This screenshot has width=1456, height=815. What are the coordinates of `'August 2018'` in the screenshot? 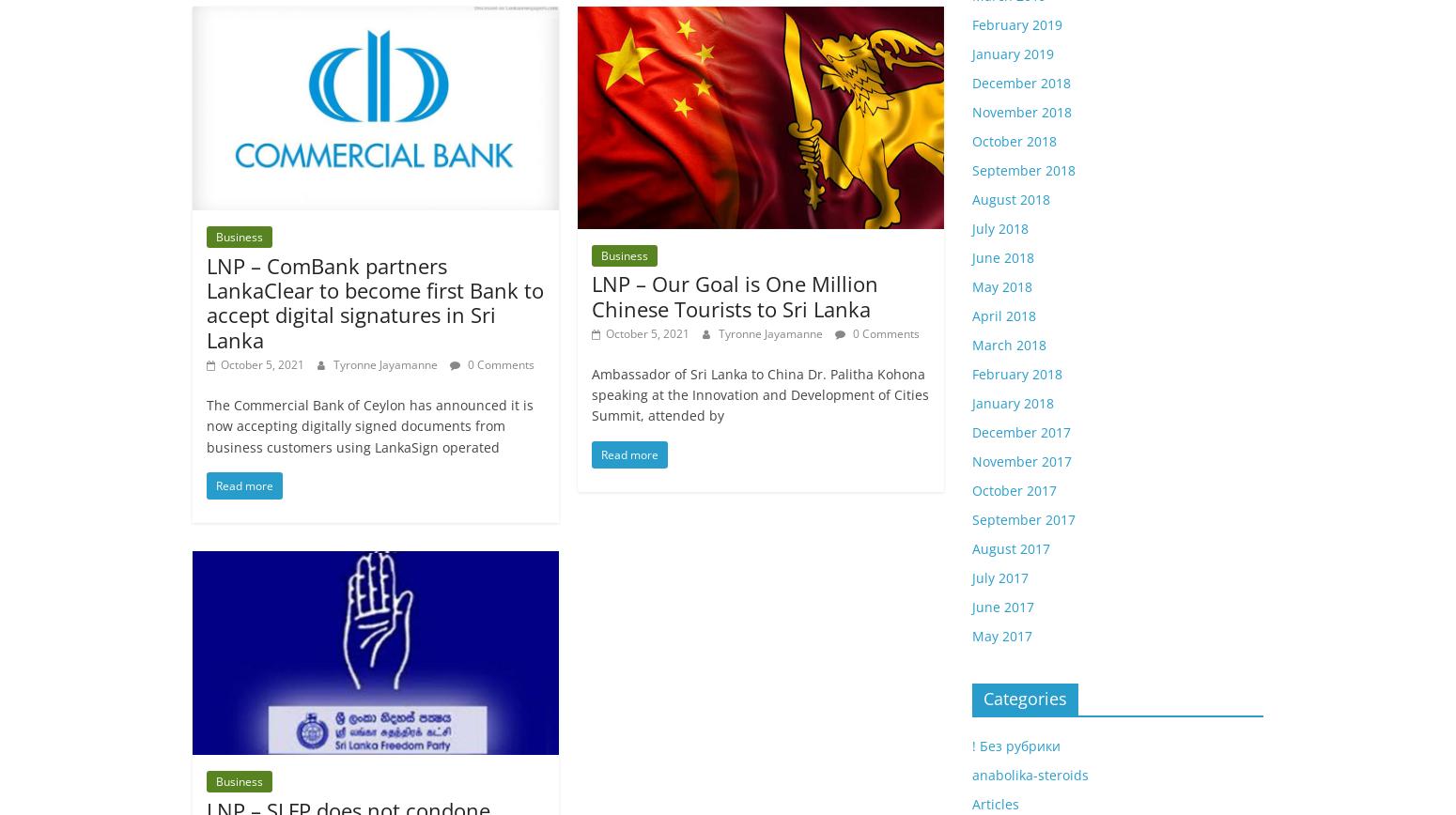 It's located at (1011, 199).